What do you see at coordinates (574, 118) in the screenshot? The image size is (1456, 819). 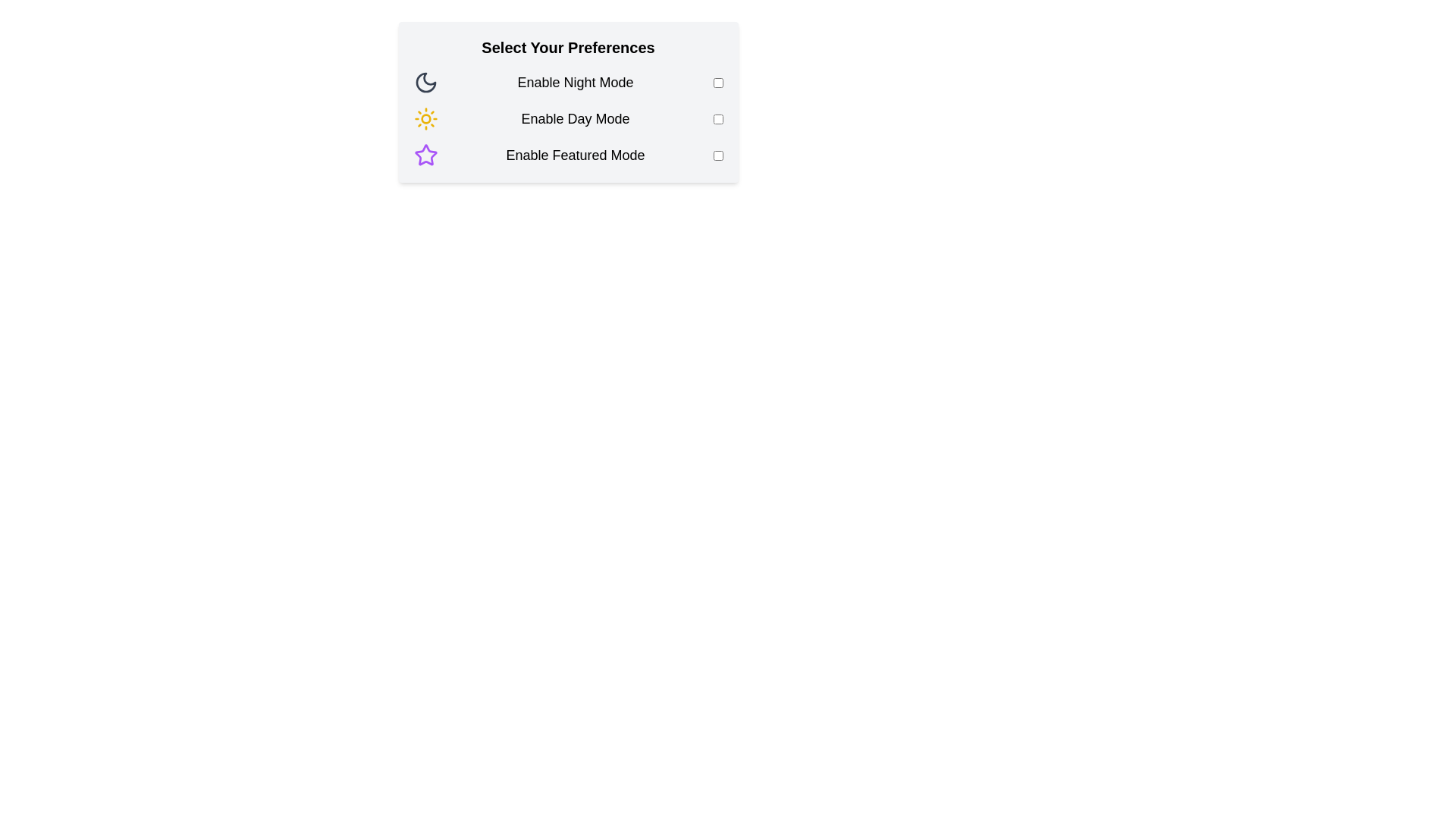 I see `the 'Day Mode' text label that describes the adjacent checkbox, which is located in the second row of the column layout, flanked by a sun icon and a checkbox` at bounding box center [574, 118].